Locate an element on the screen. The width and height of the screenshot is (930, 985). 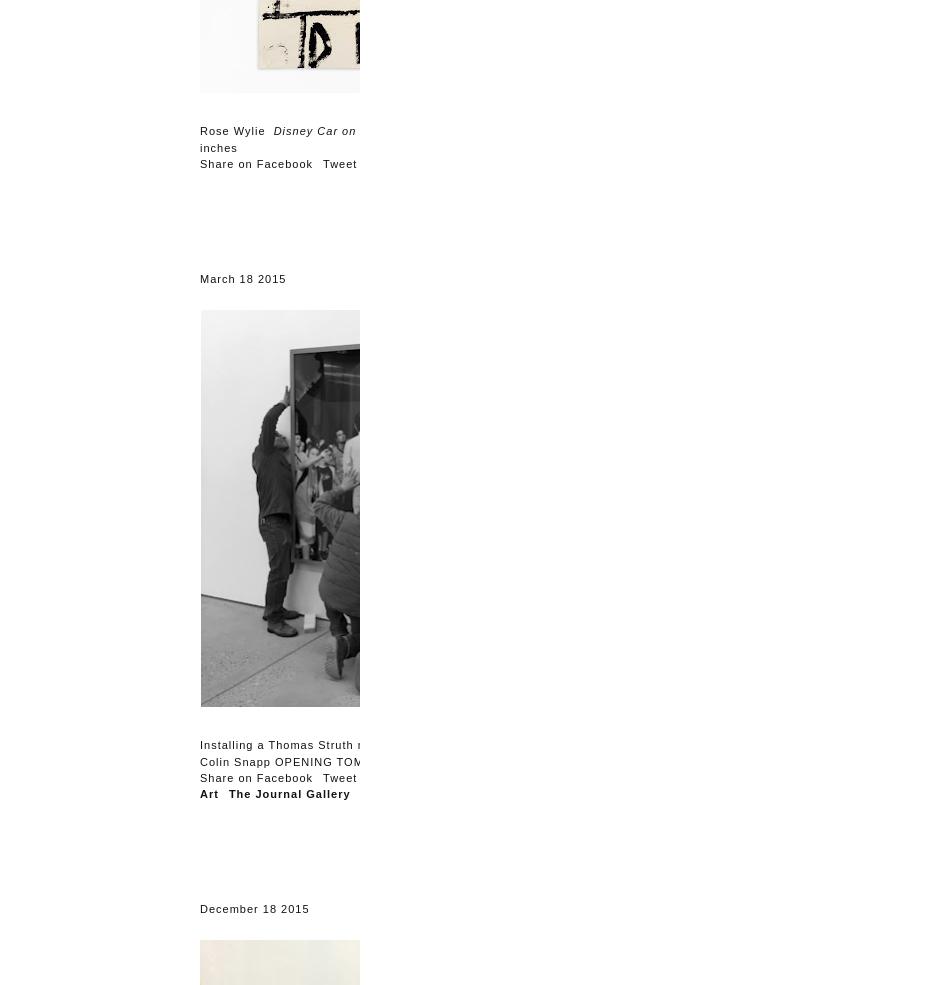
'December 18 2015' is located at coordinates (254, 907).